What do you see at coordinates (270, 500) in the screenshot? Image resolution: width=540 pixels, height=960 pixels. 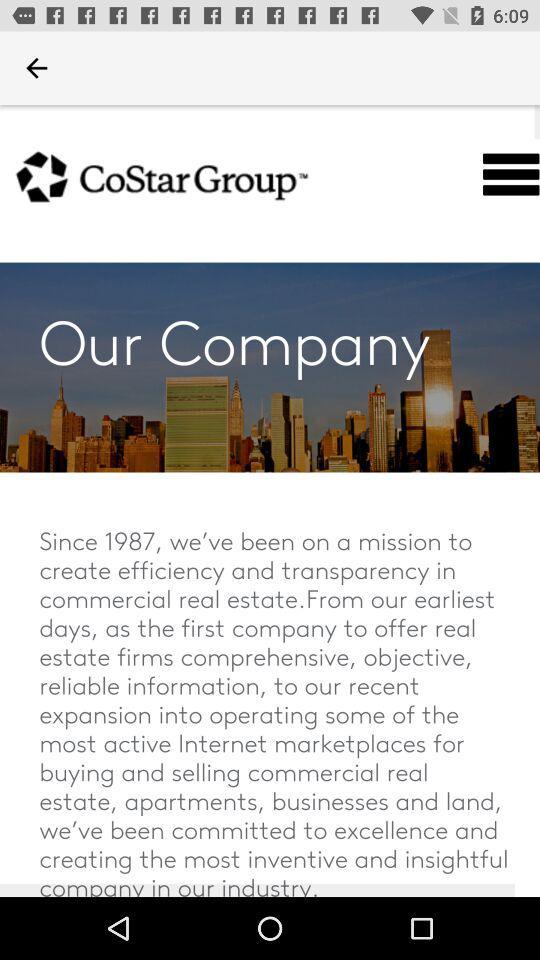 I see `company info` at bounding box center [270, 500].